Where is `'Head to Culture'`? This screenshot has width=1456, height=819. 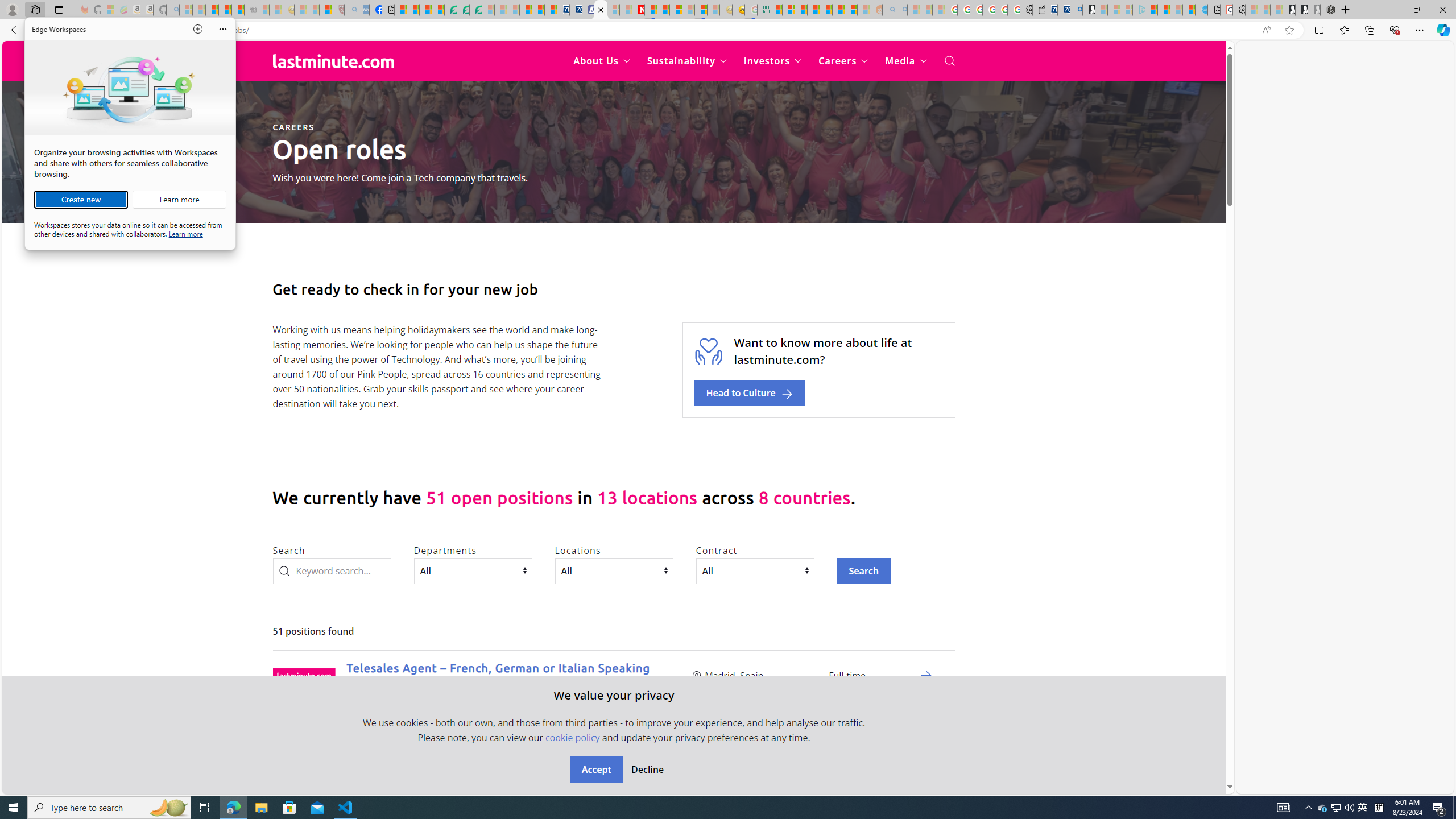 'Head to Culture' is located at coordinates (749, 392).